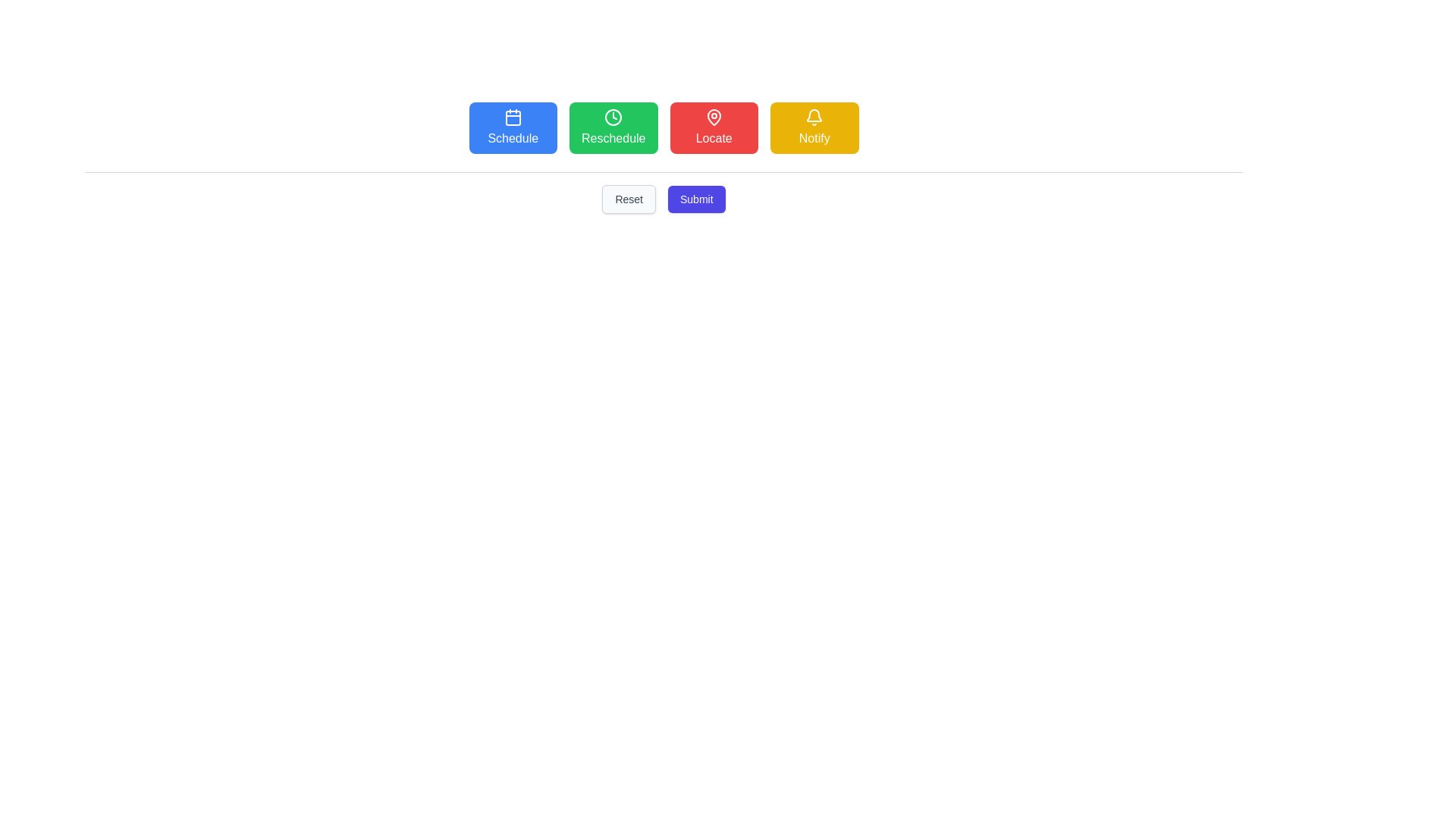  I want to click on text label inside the blue button located at the top-left of the button row, which conveys the action associated with scheduling an item or event, so click(513, 138).